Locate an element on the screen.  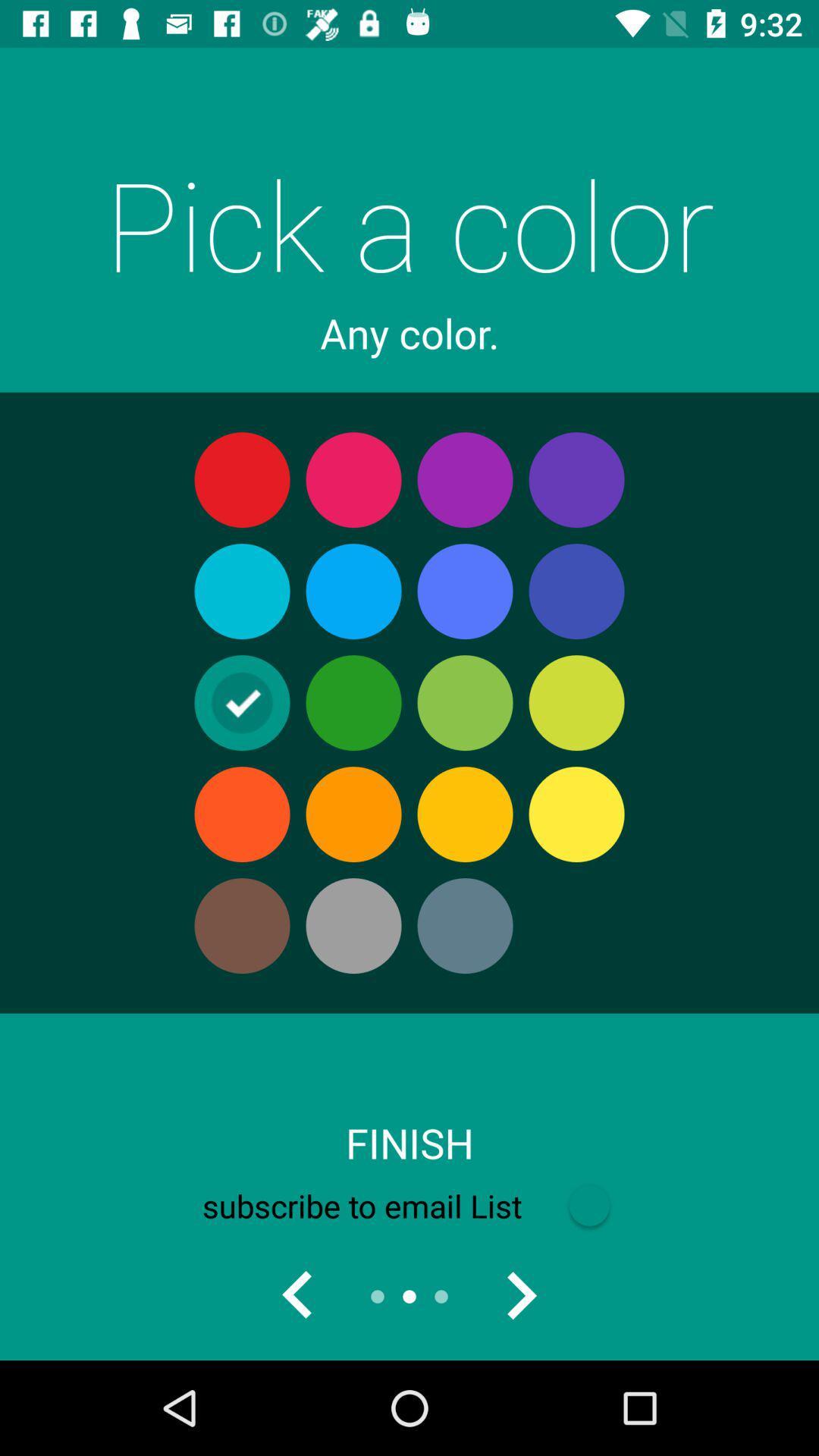
go back is located at coordinates (298, 1295).